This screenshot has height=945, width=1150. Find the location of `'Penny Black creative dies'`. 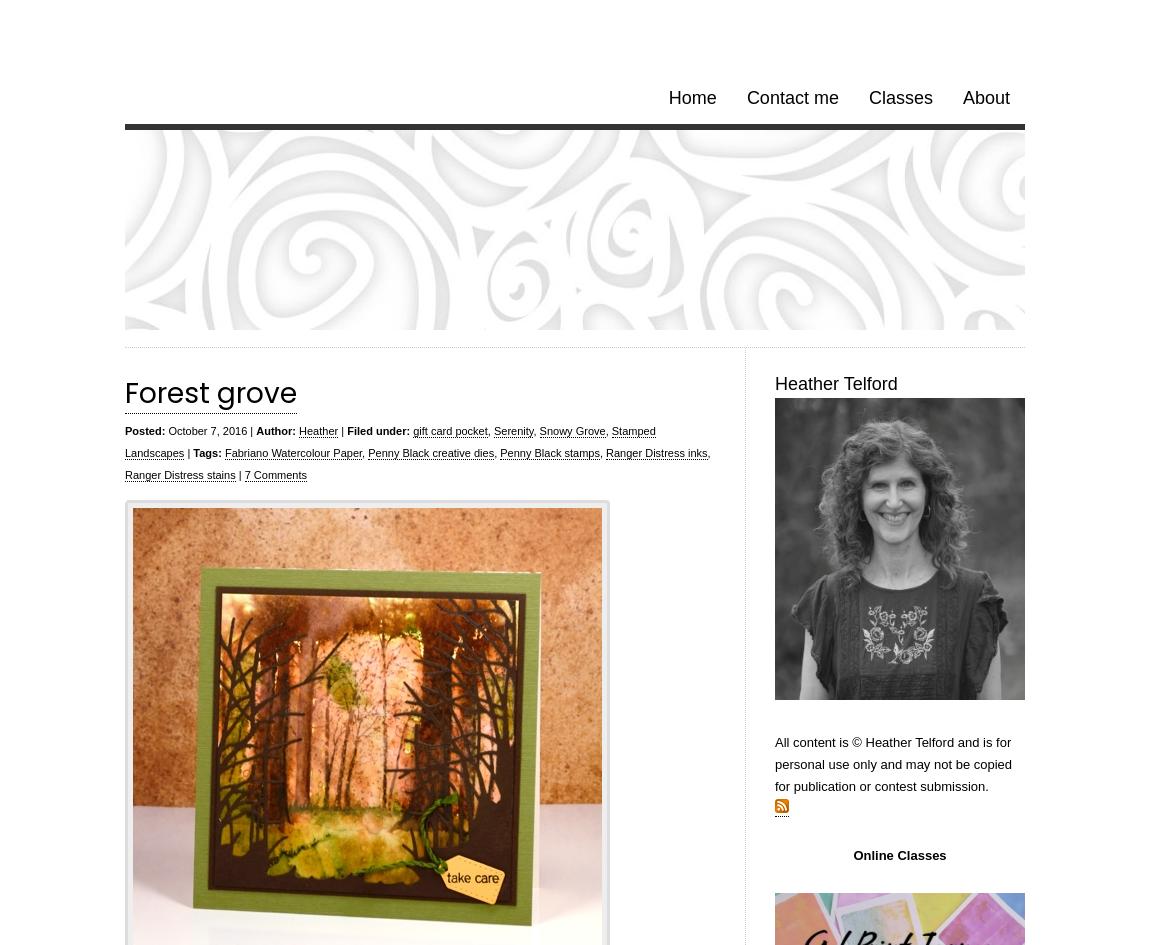

'Penny Black creative dies' is located at coordinates (368, 453).